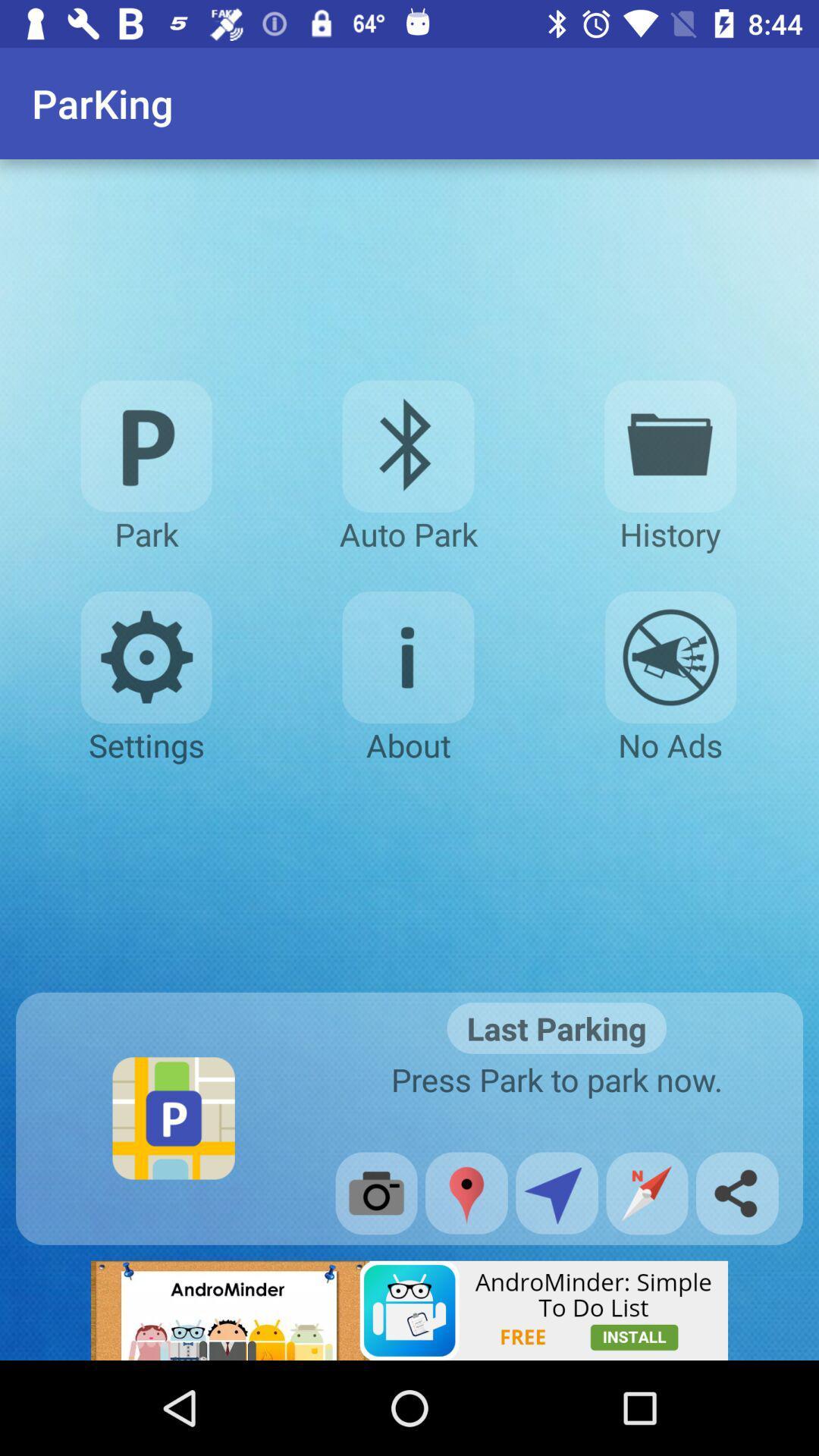 This screenshot has width=819, height=1456. Describe the element at coordinates (466, 1192) in the screenshot. I see `location` at that location.